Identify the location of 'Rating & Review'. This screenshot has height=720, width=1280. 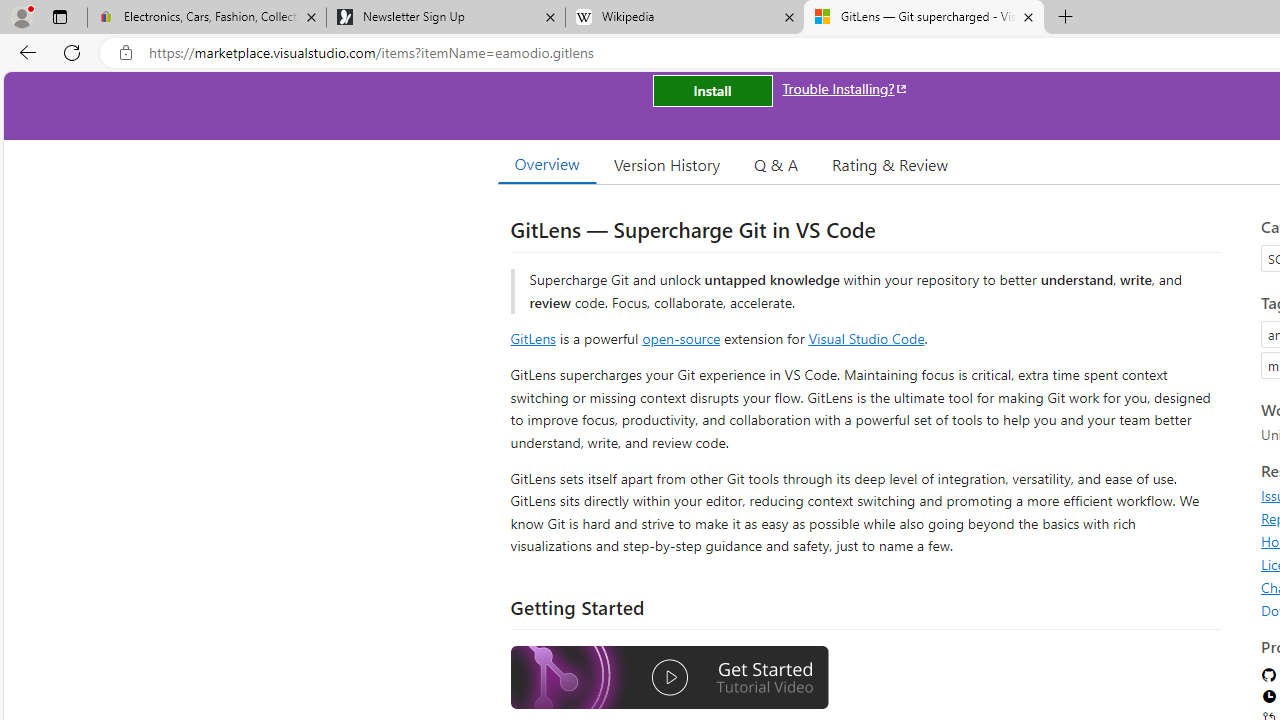
(889, 163).